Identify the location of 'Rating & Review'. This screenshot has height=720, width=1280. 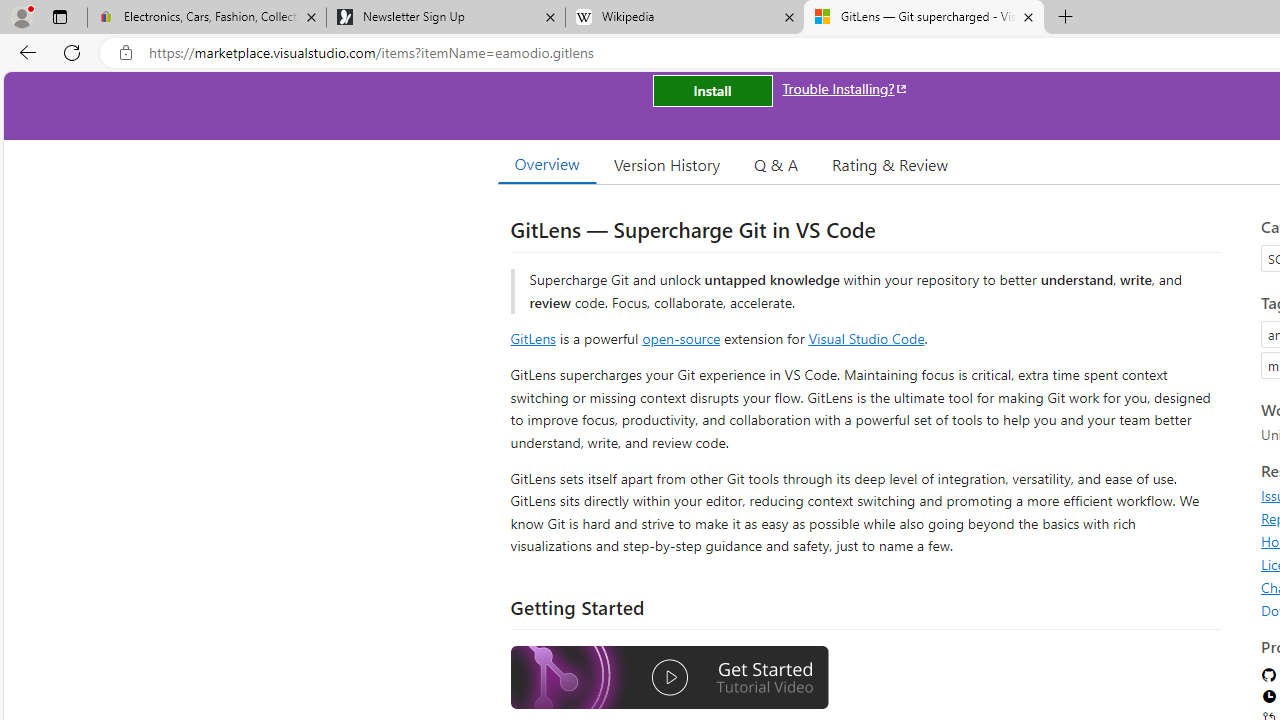
(889, 163).